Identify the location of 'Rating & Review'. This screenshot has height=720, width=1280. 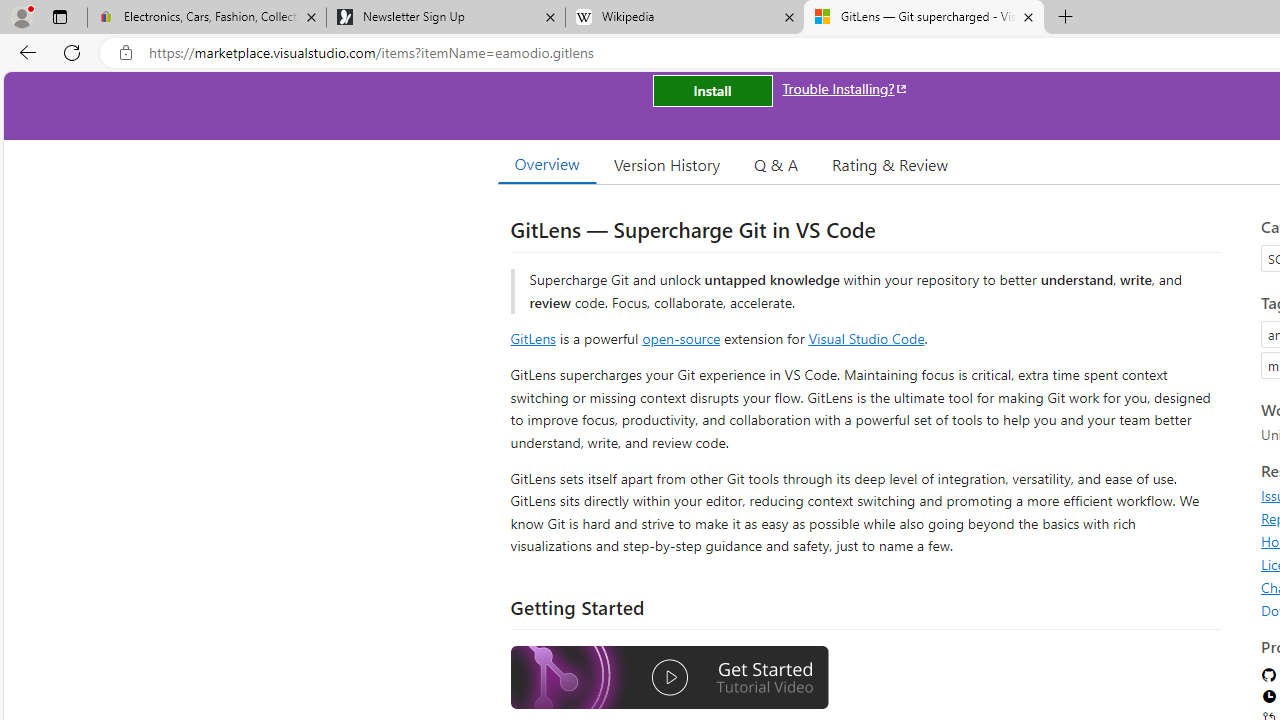
(889, 163).